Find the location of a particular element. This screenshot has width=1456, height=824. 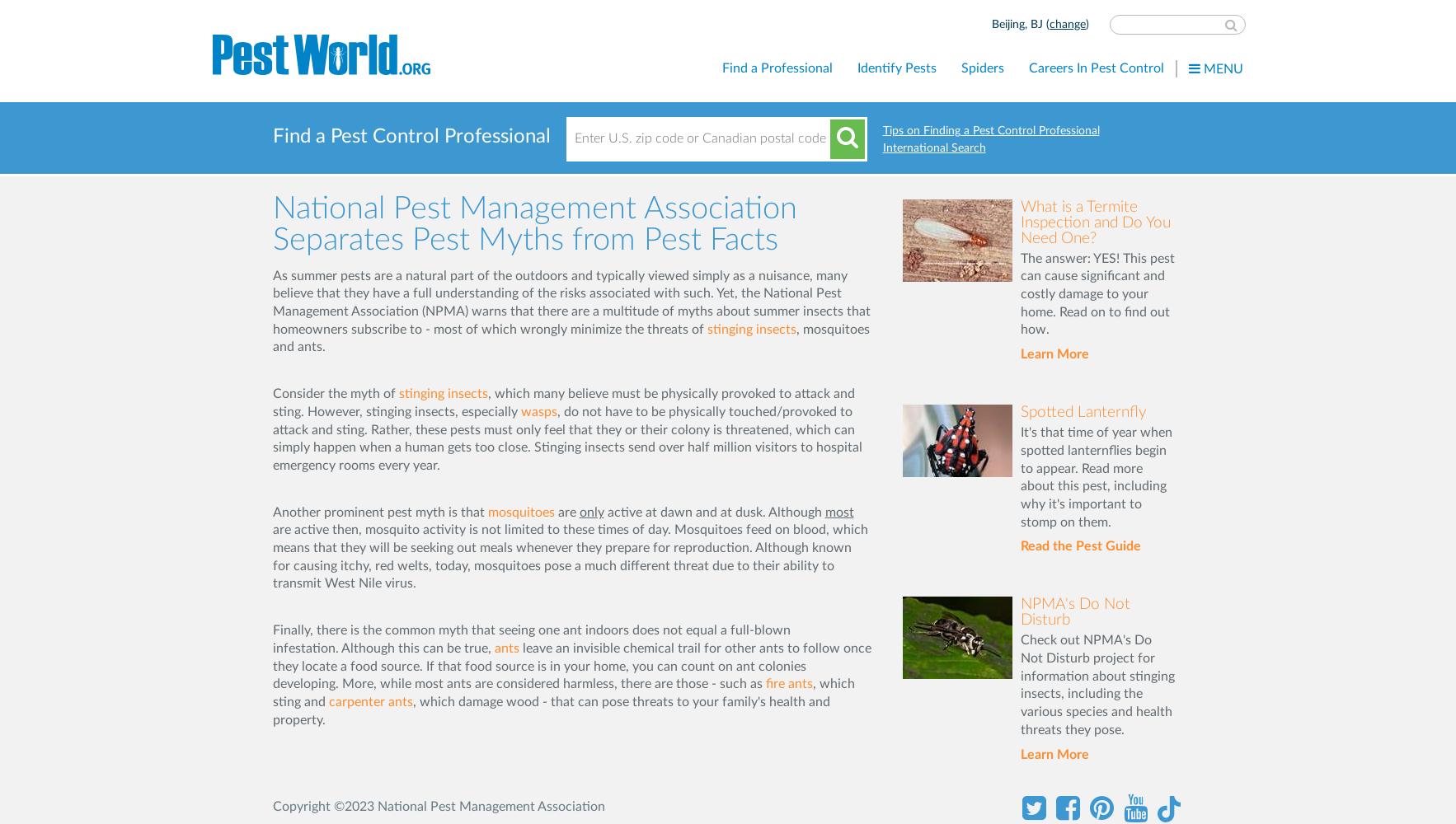

'Spotted Lanternfly' is located at coordinates (1082, 412).